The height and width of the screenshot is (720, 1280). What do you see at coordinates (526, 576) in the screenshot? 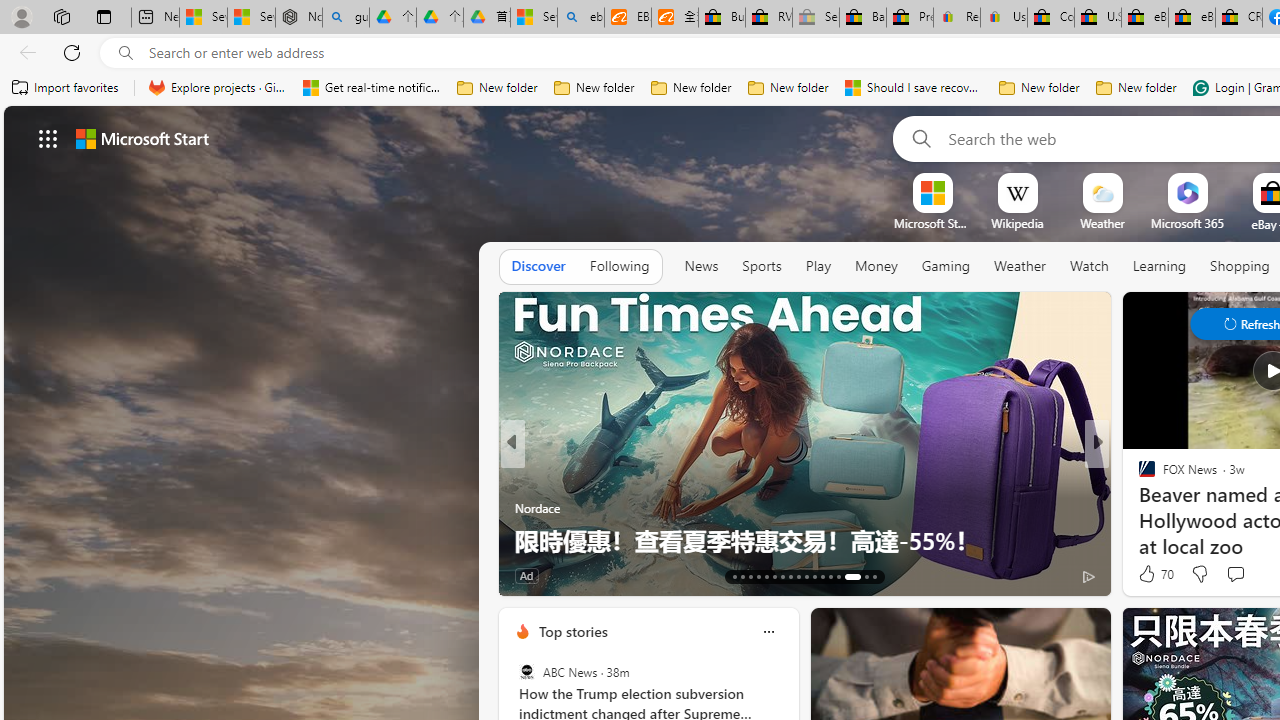
I see `'Ad'` at bounding box center [526, 576].